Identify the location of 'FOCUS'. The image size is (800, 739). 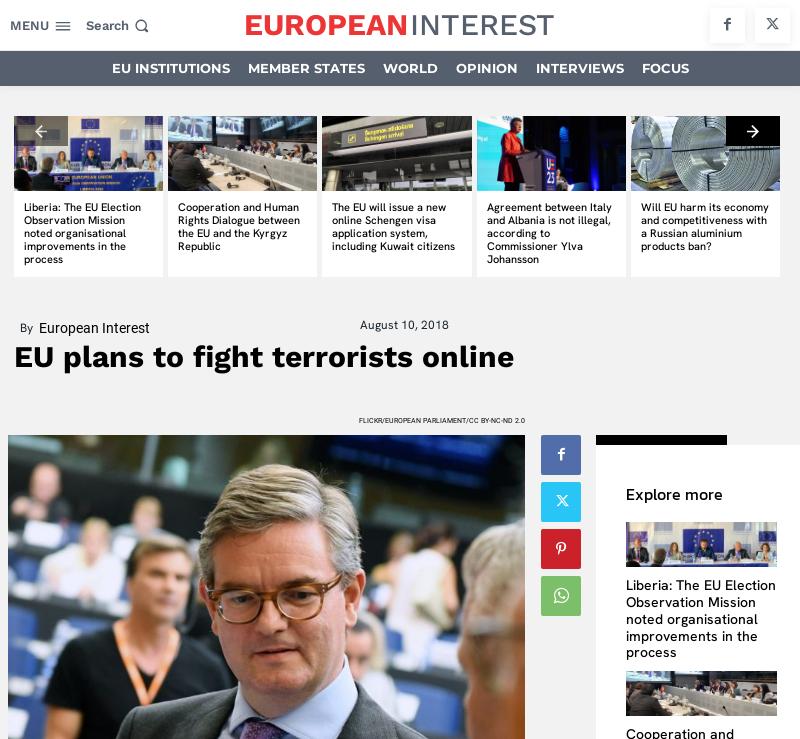
(663, 67).